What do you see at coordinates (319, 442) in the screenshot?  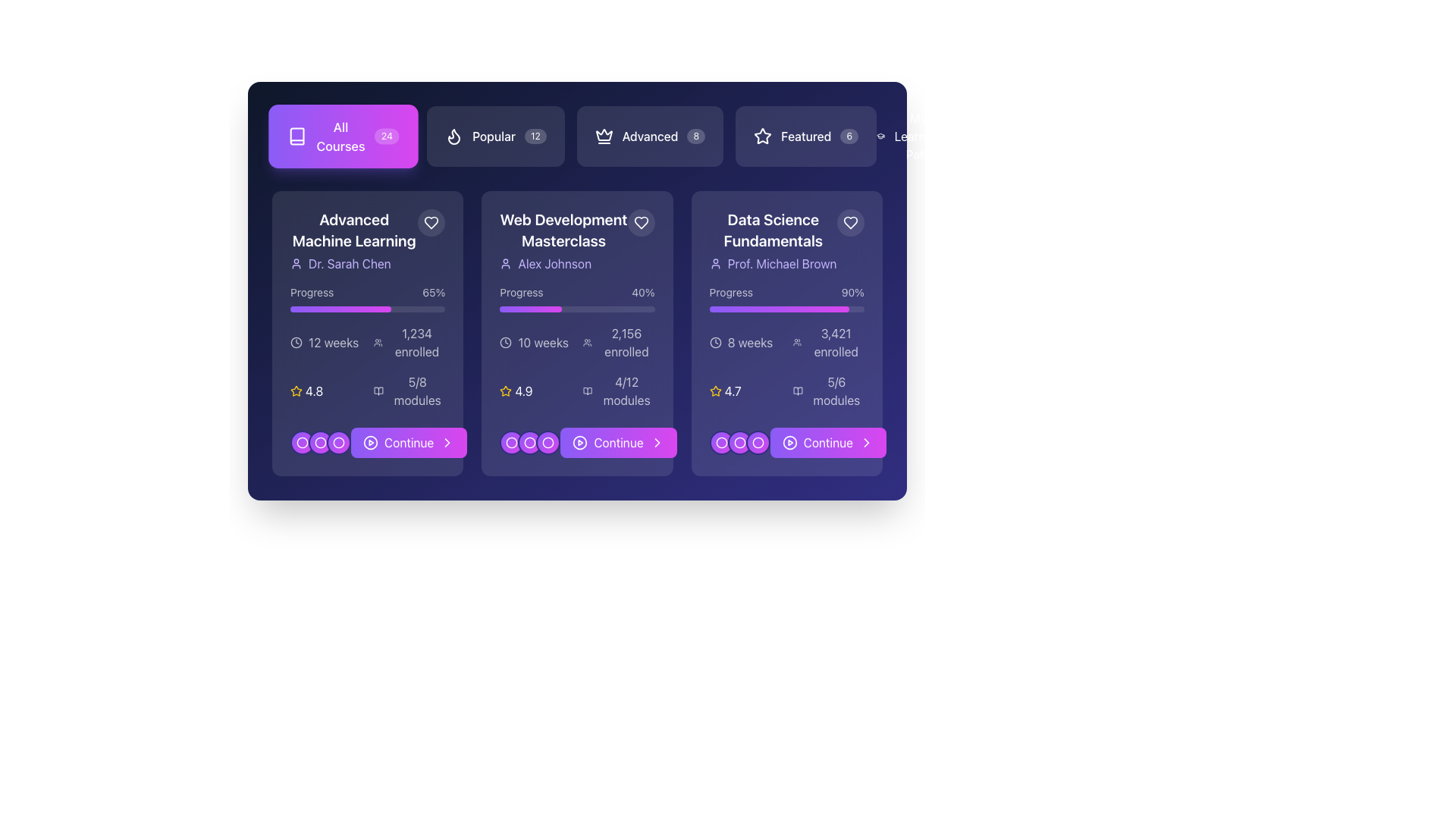 I see `the second circular button in the group of three at the bottom left of the 'Advanced Machine Learning' card` at bounding box center [319, 442].